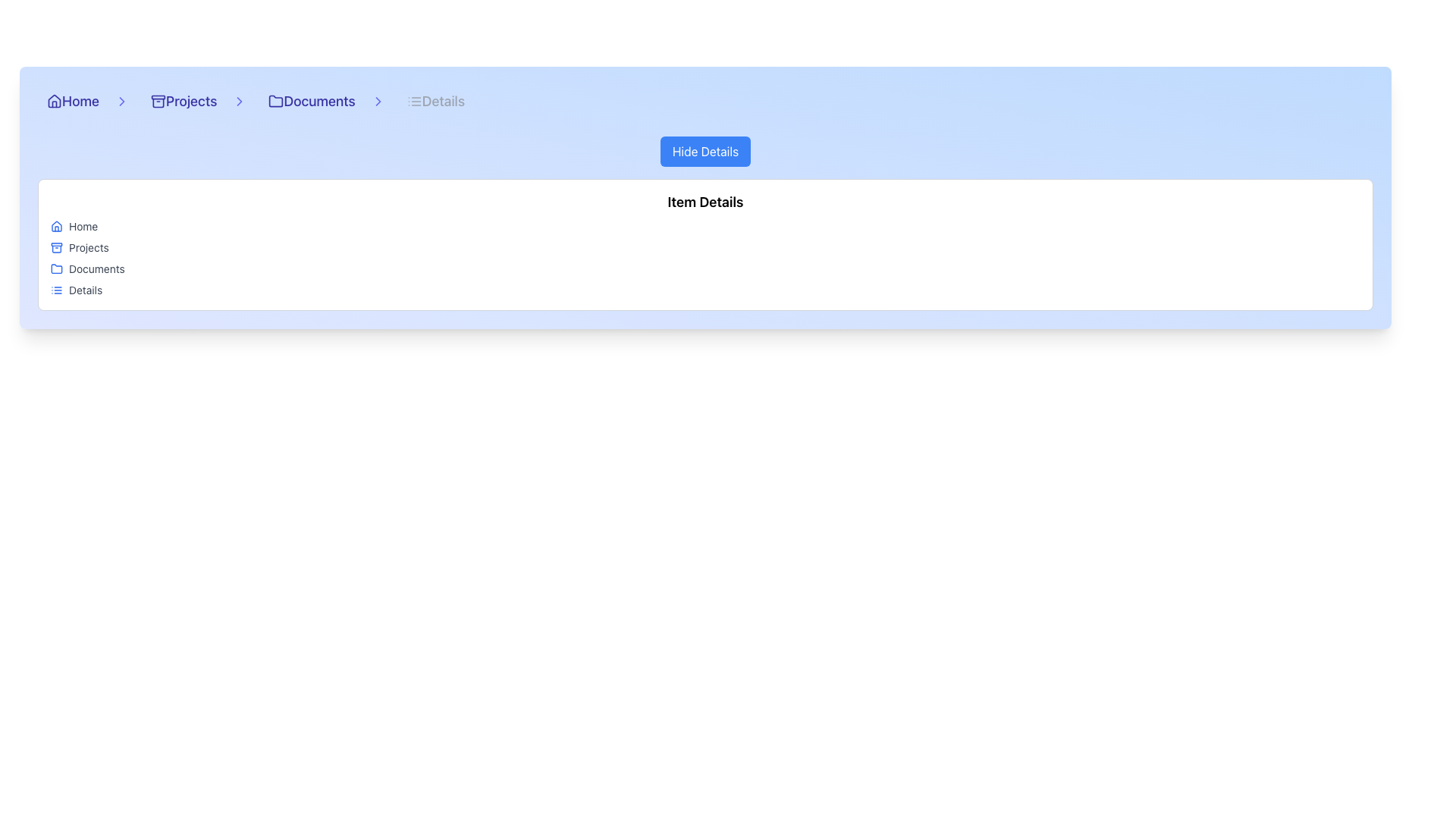 The width and height of the screenshot is (1456, 819). Describe the element at coordinates (57, 290) in the screenshot. I see `the blue list view icon in the breadcrumb navigation bar, which is located to the left of the 'Details' text` at that location.